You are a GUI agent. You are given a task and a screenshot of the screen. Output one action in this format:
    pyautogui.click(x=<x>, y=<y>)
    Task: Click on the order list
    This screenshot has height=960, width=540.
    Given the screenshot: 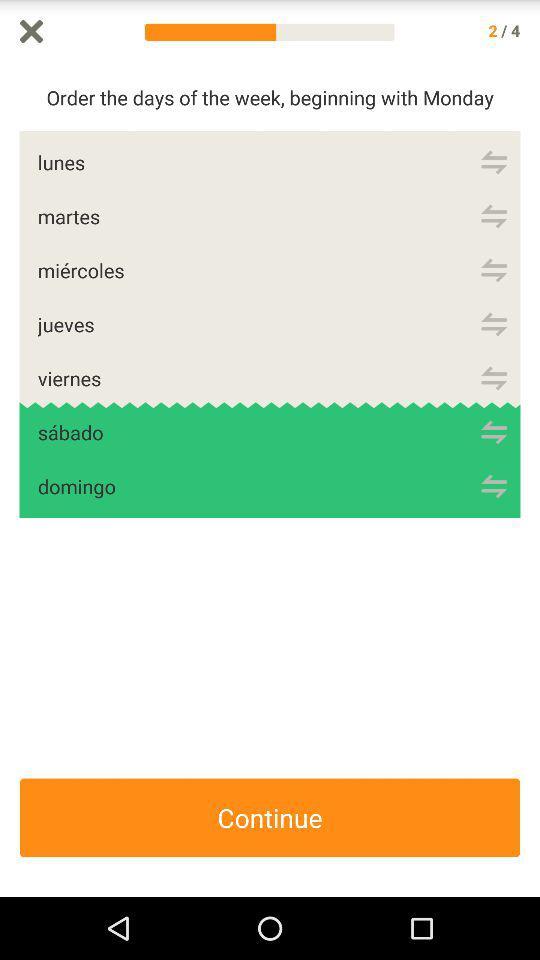 What is the action you would take?
    pyautogui.click(x=493, y=377)
    